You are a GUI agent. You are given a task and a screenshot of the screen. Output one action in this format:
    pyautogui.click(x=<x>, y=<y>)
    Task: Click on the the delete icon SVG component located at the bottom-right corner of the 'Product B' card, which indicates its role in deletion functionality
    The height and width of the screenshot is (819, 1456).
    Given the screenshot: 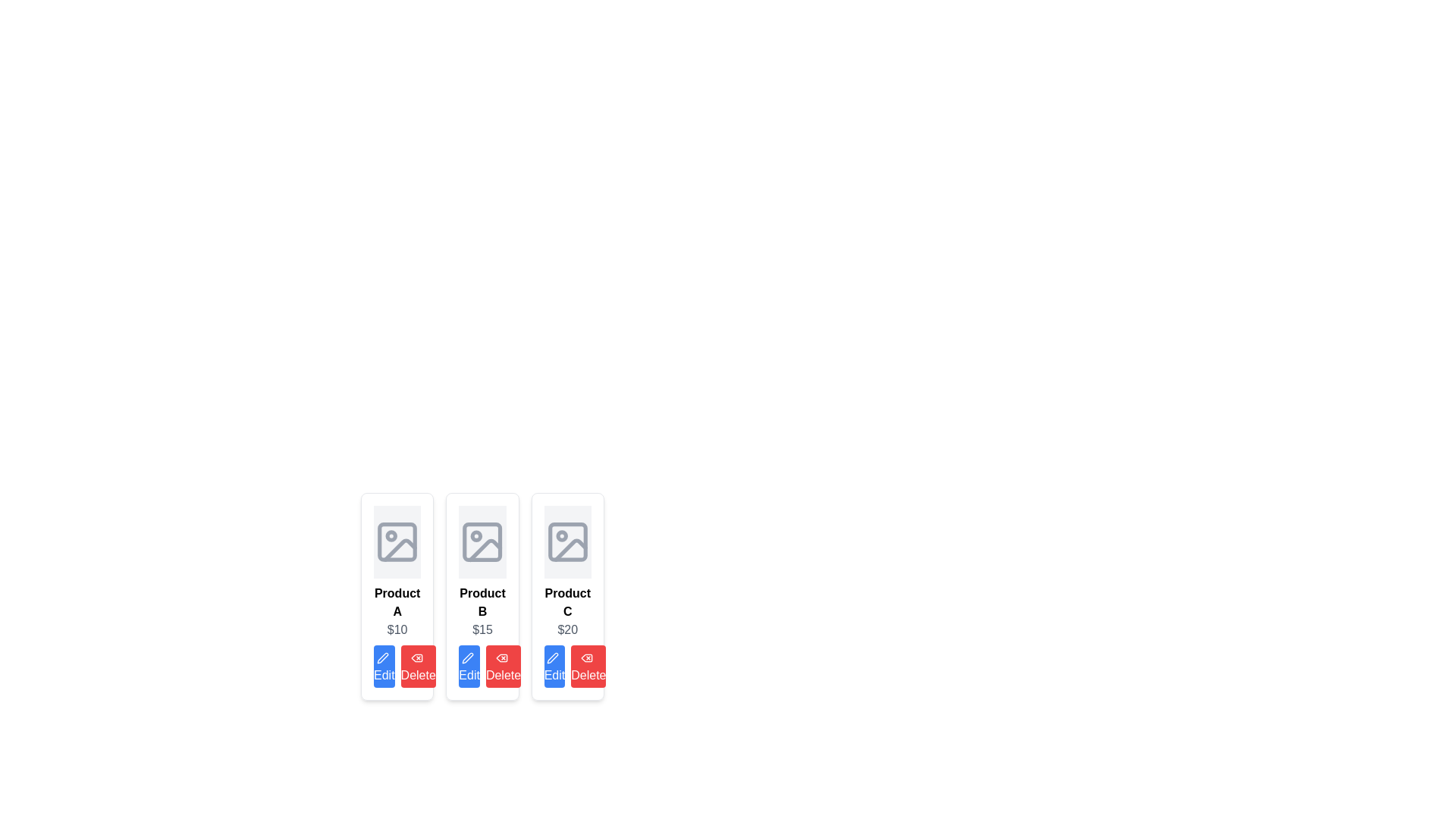 What is the action you would take?
    pyautogui.click(x=502, y=657)
    